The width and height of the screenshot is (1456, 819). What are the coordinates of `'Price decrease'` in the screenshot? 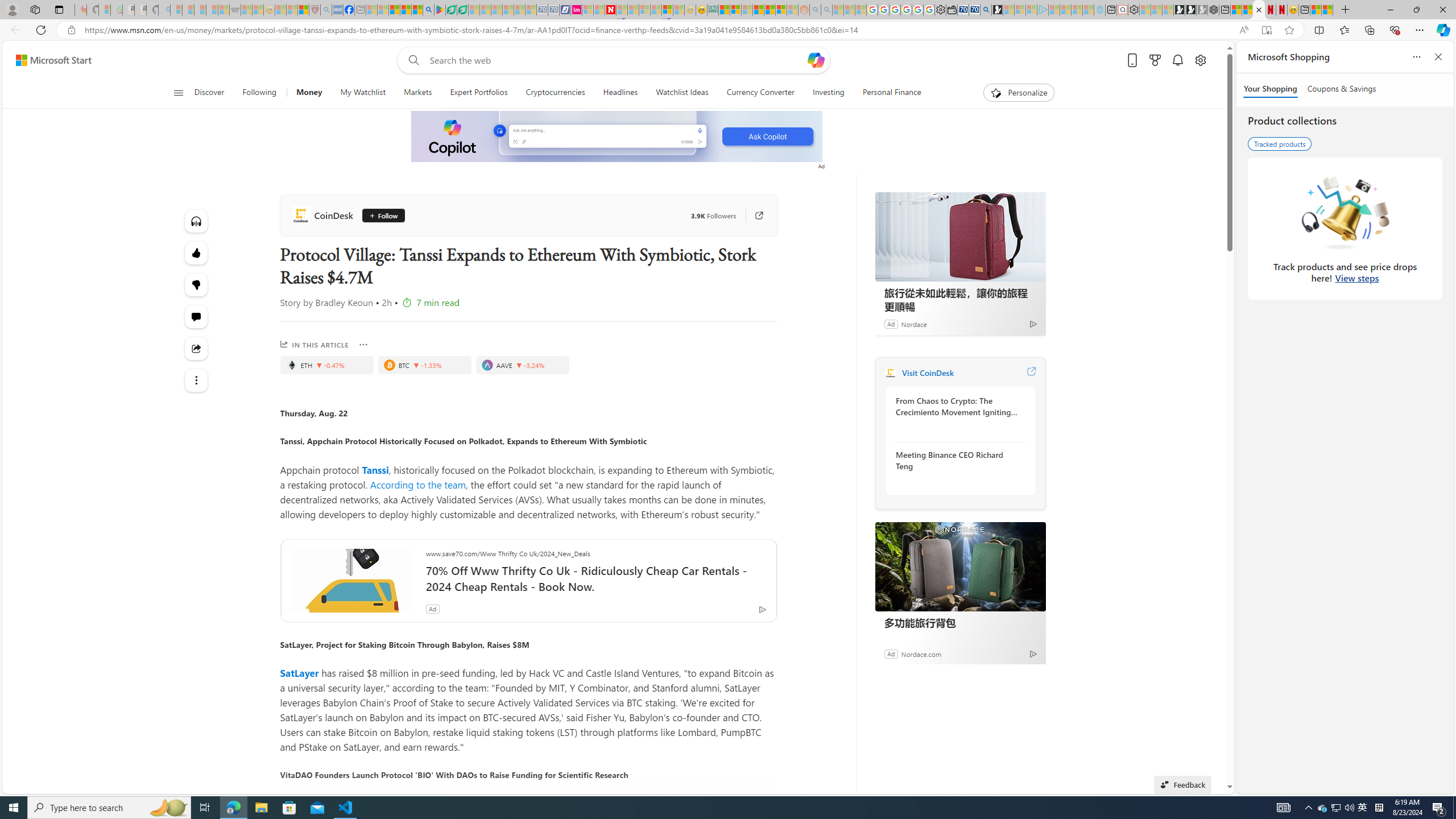 It's located at (519, 364).